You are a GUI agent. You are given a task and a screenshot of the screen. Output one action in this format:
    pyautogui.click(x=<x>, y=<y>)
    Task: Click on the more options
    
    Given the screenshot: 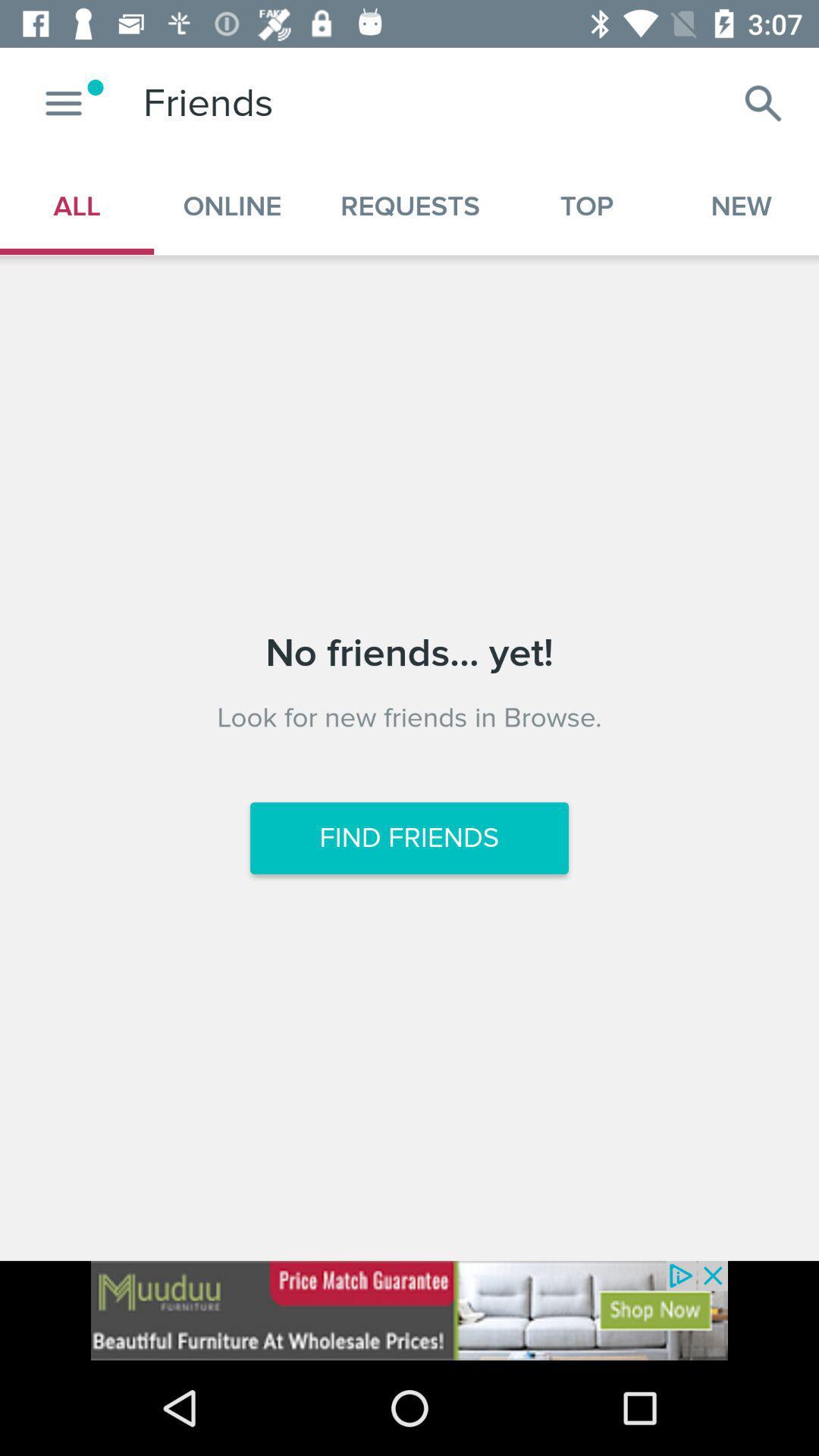 What is the action you would take?
    pyautogui.click(x=63, y=102)
    